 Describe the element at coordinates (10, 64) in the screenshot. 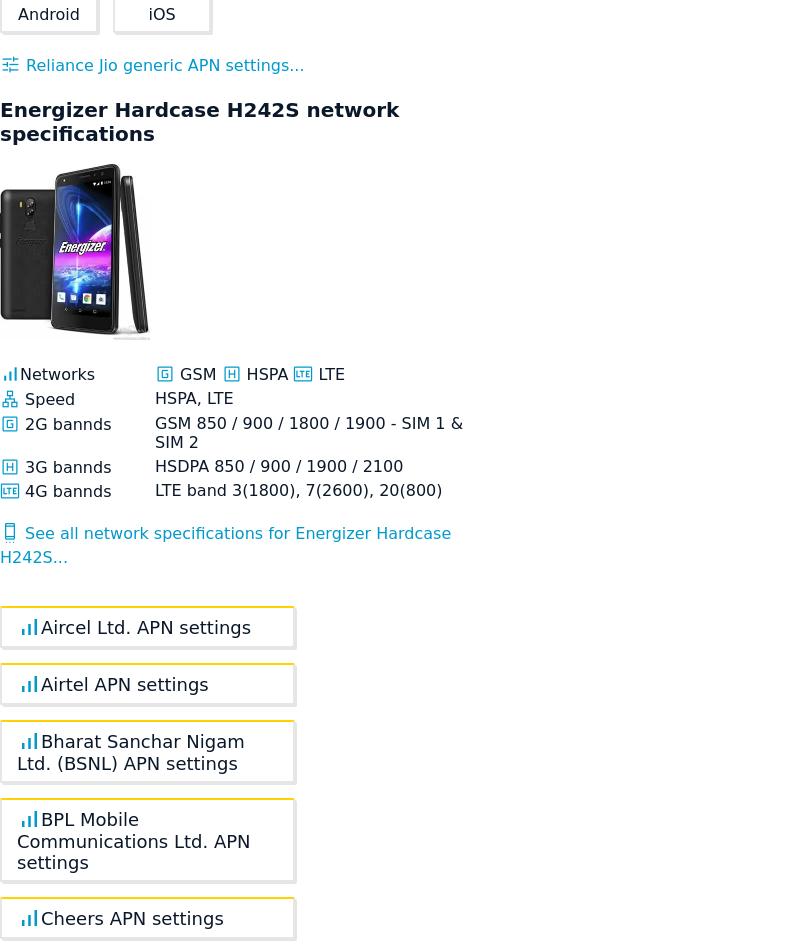

I see `'tune'` at that location.